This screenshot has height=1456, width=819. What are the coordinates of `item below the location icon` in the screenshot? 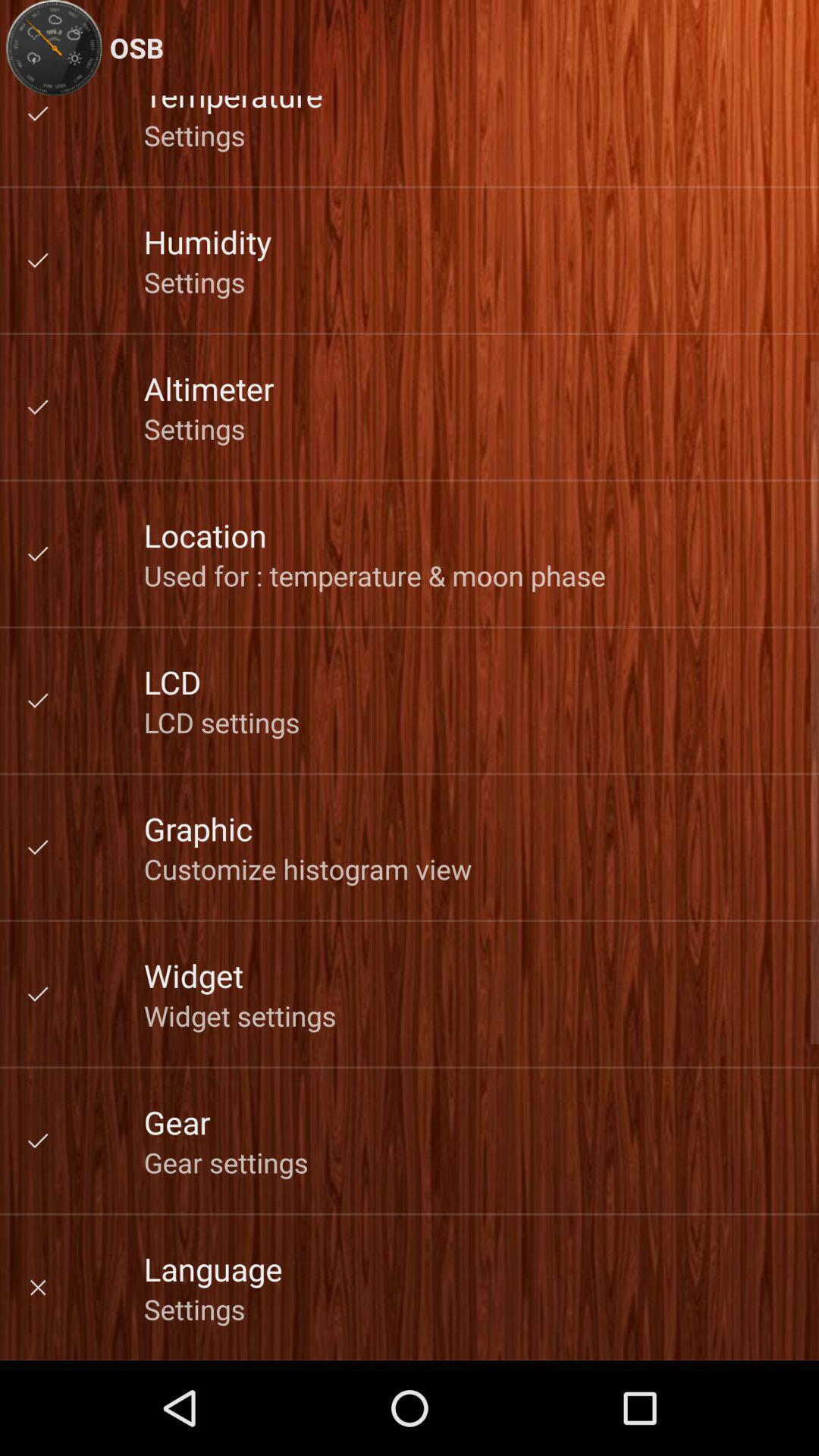 It's located at (375, 574).